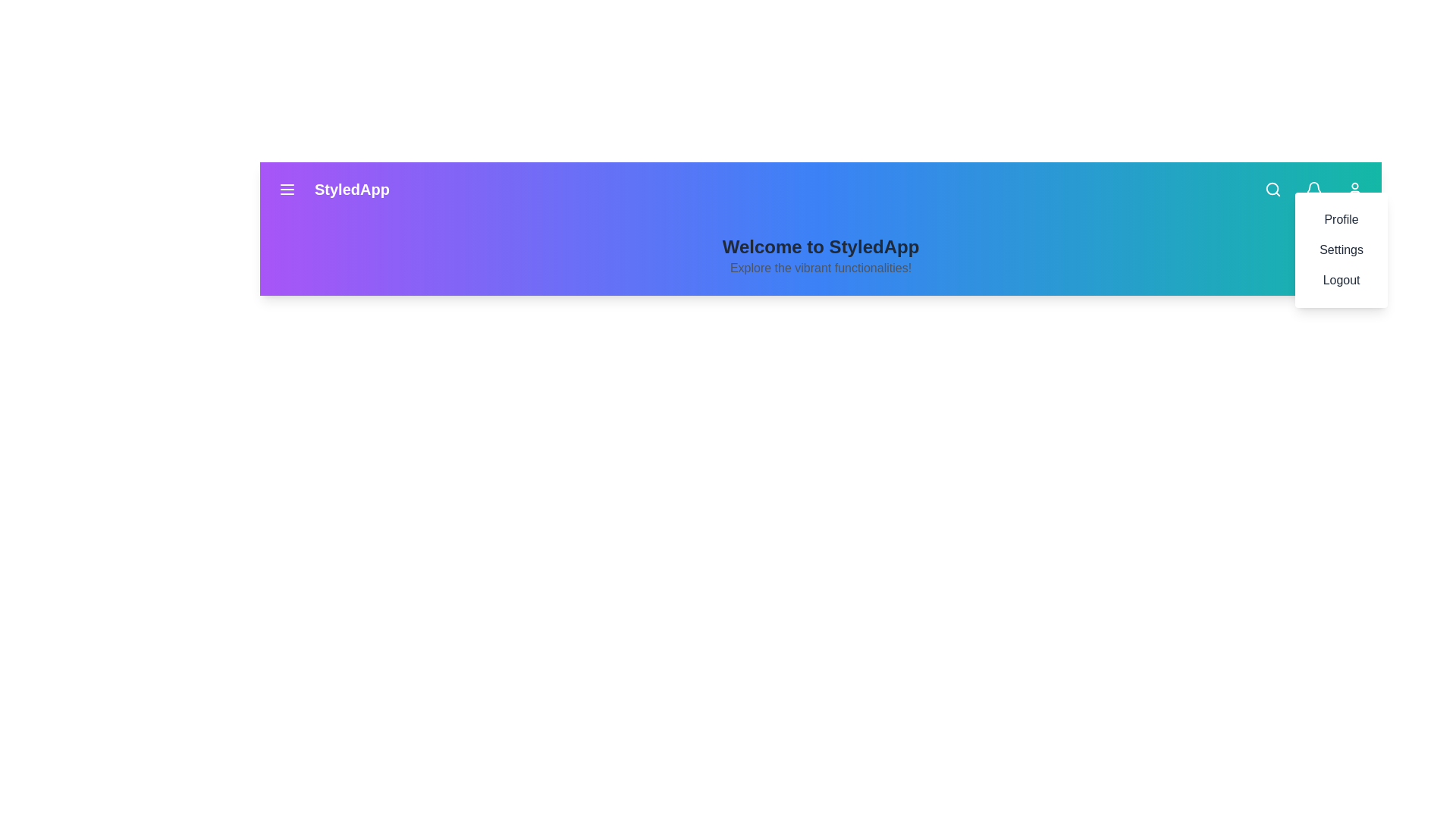 The width and height of the screenshot is (1456, 819). What do you see at coordinates (1341, 281) in the screenshot?
I see `the option Logout from the dropdown menu` at bounding box center [1341, 281].